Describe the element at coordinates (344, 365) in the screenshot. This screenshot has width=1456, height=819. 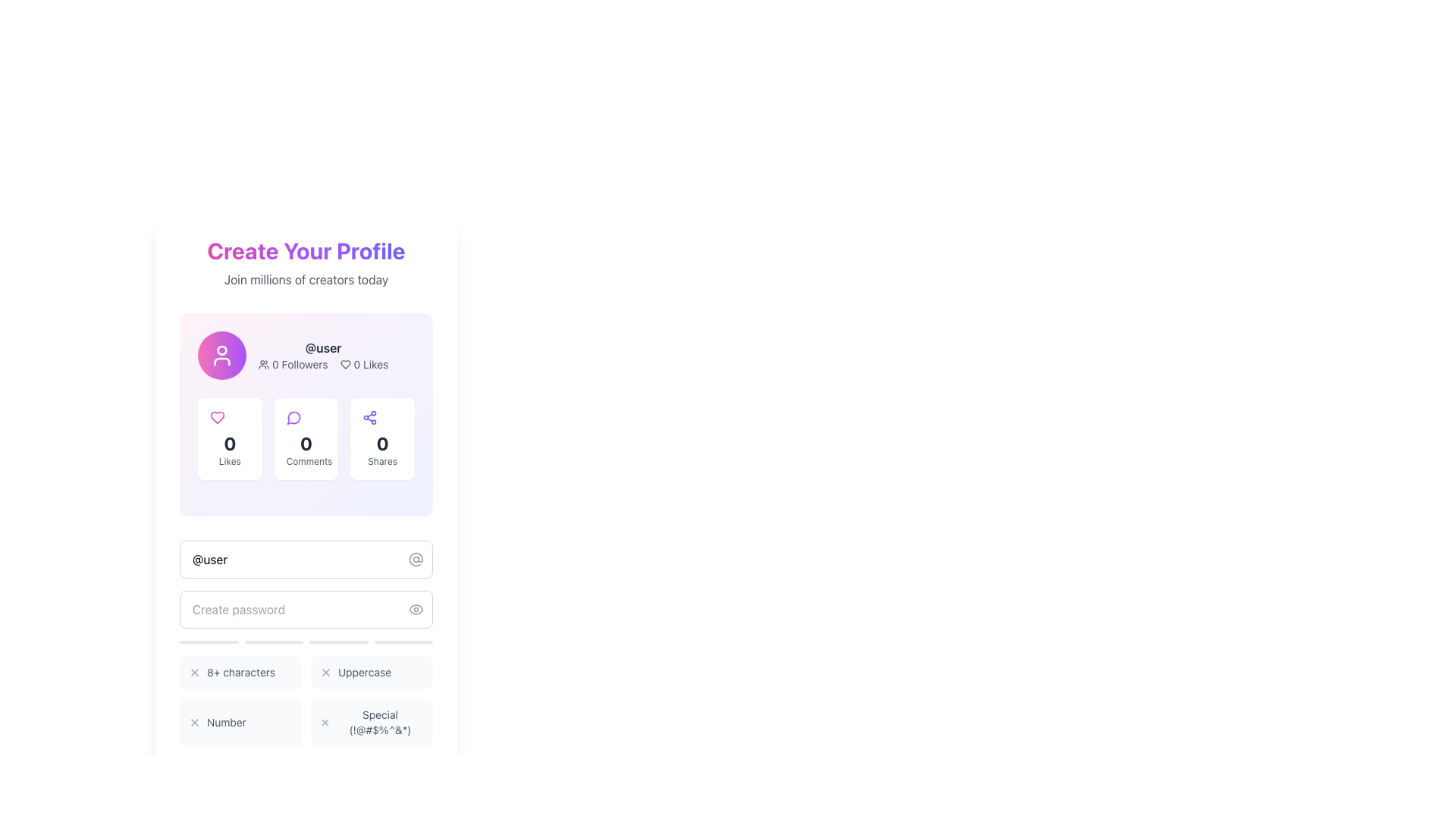
I see `the heart icon which serves as a visual indicator for the 'Likes' count, located at the top-left corner of a three-column layout within a card-like section` at that location.